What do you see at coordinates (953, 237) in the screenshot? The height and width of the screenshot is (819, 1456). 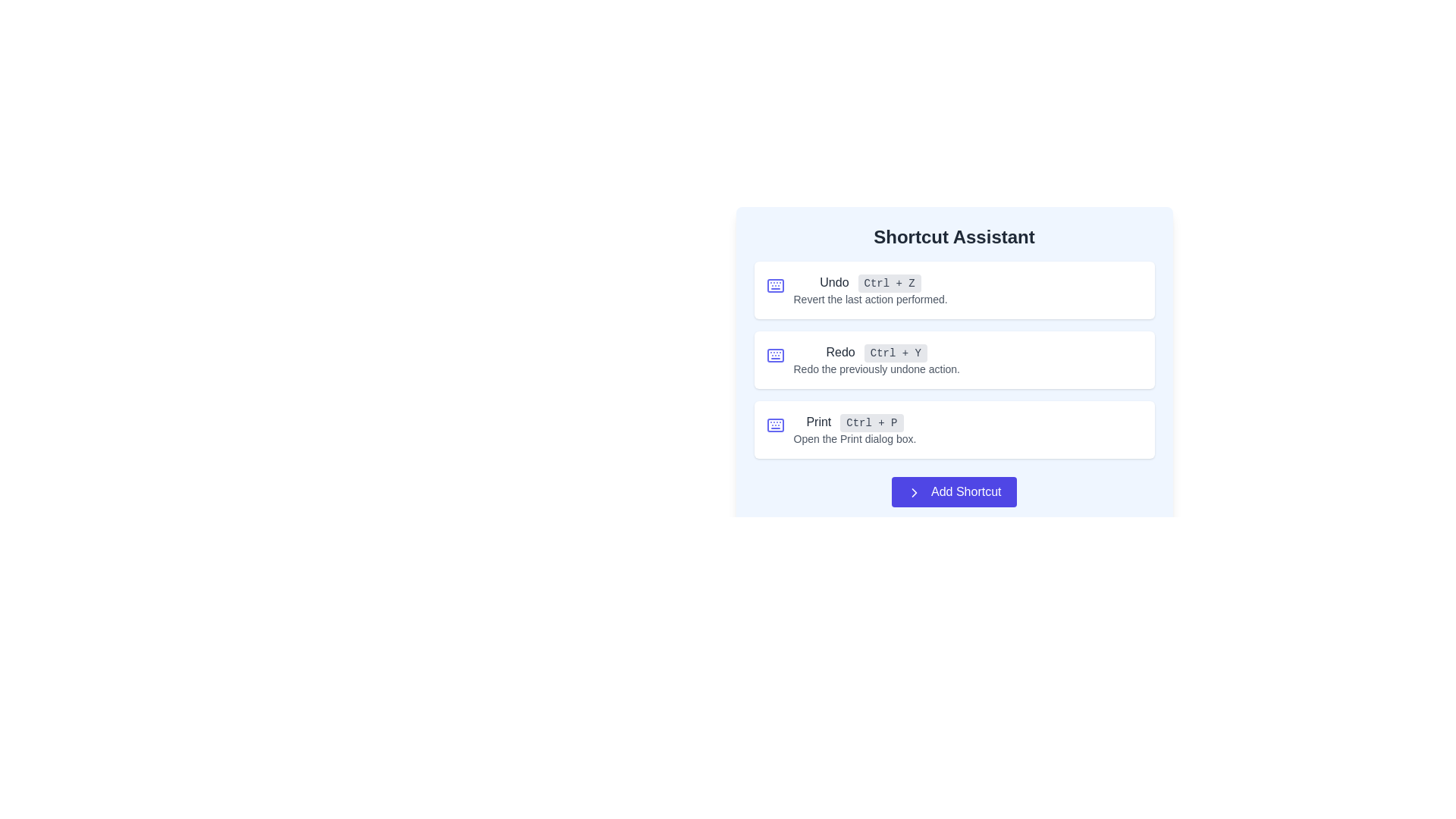 I see `the header text element that introduces the 'Shortcut Assistant' feature, located at the top of a blue, rounded card-like panel` at bounding box center [953, 237].